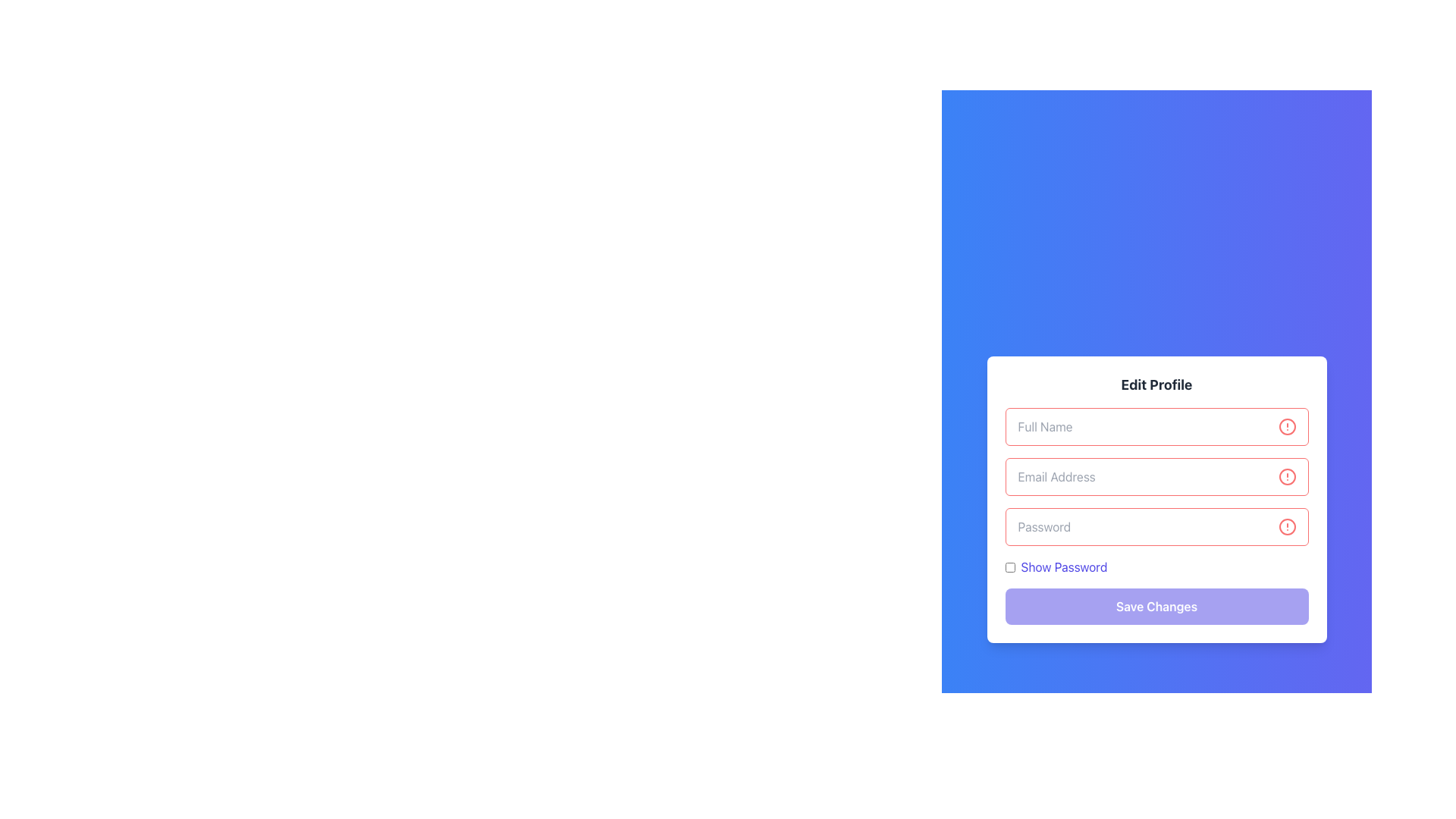 This screenshot has height=819, width=1456. I want to click on the checkbox located to the left of the 'Show Password' label, so click(1009, 567).